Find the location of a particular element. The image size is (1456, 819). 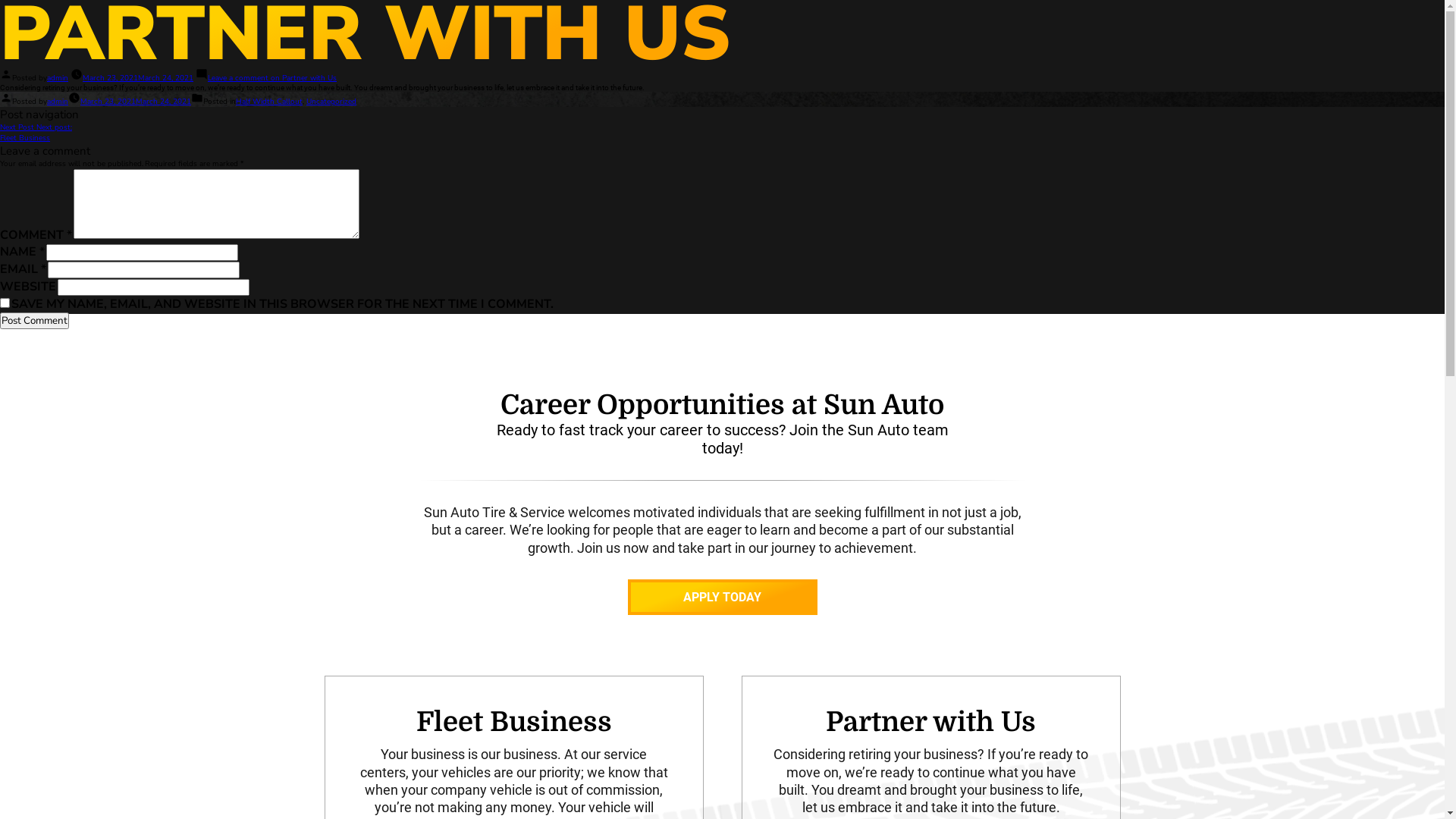

'admin' is located at coordinates (47, 78).